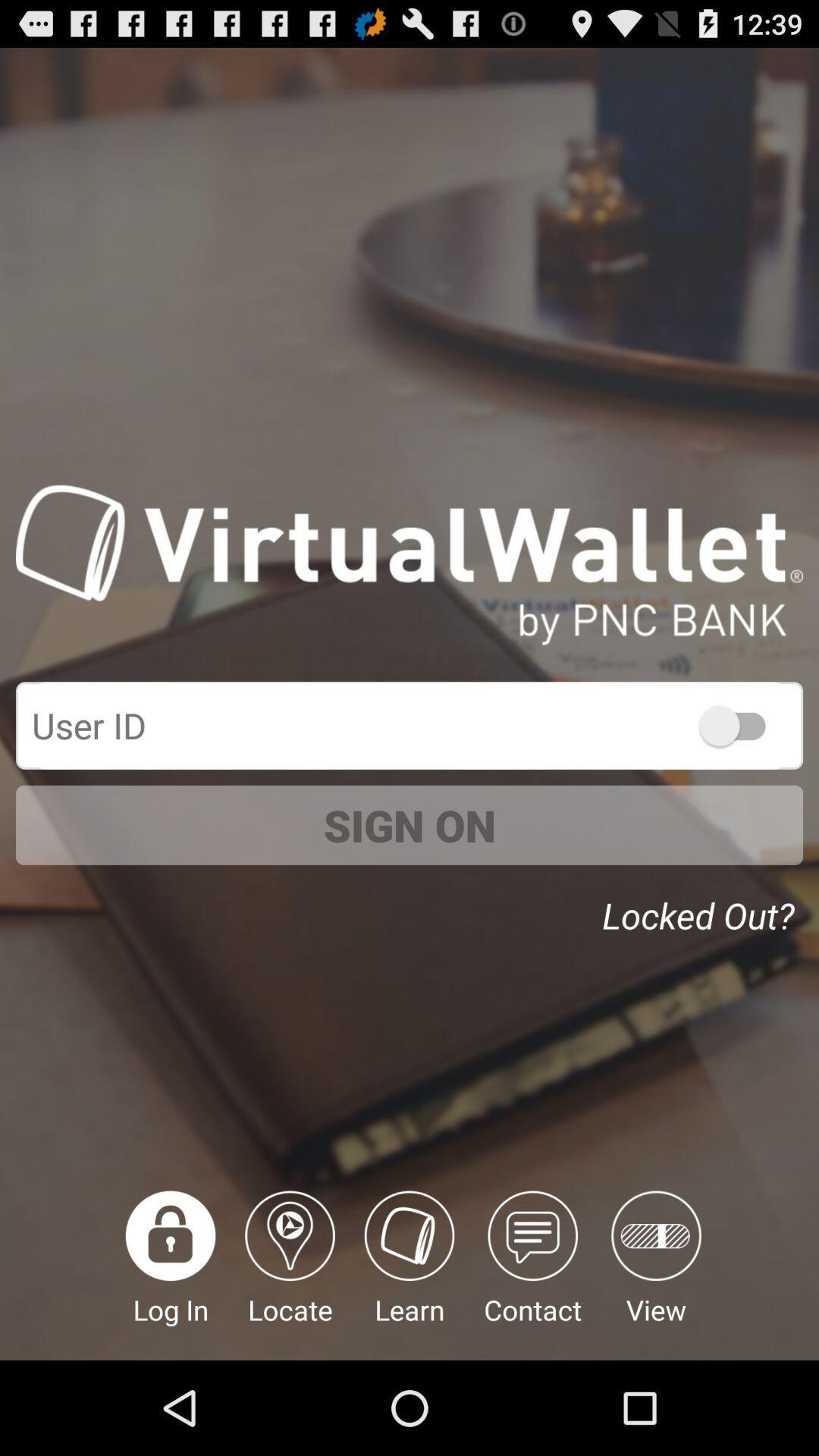  Describe the element at coordinates (532, 1275) in the screenshot. I see `contact item` at that location.